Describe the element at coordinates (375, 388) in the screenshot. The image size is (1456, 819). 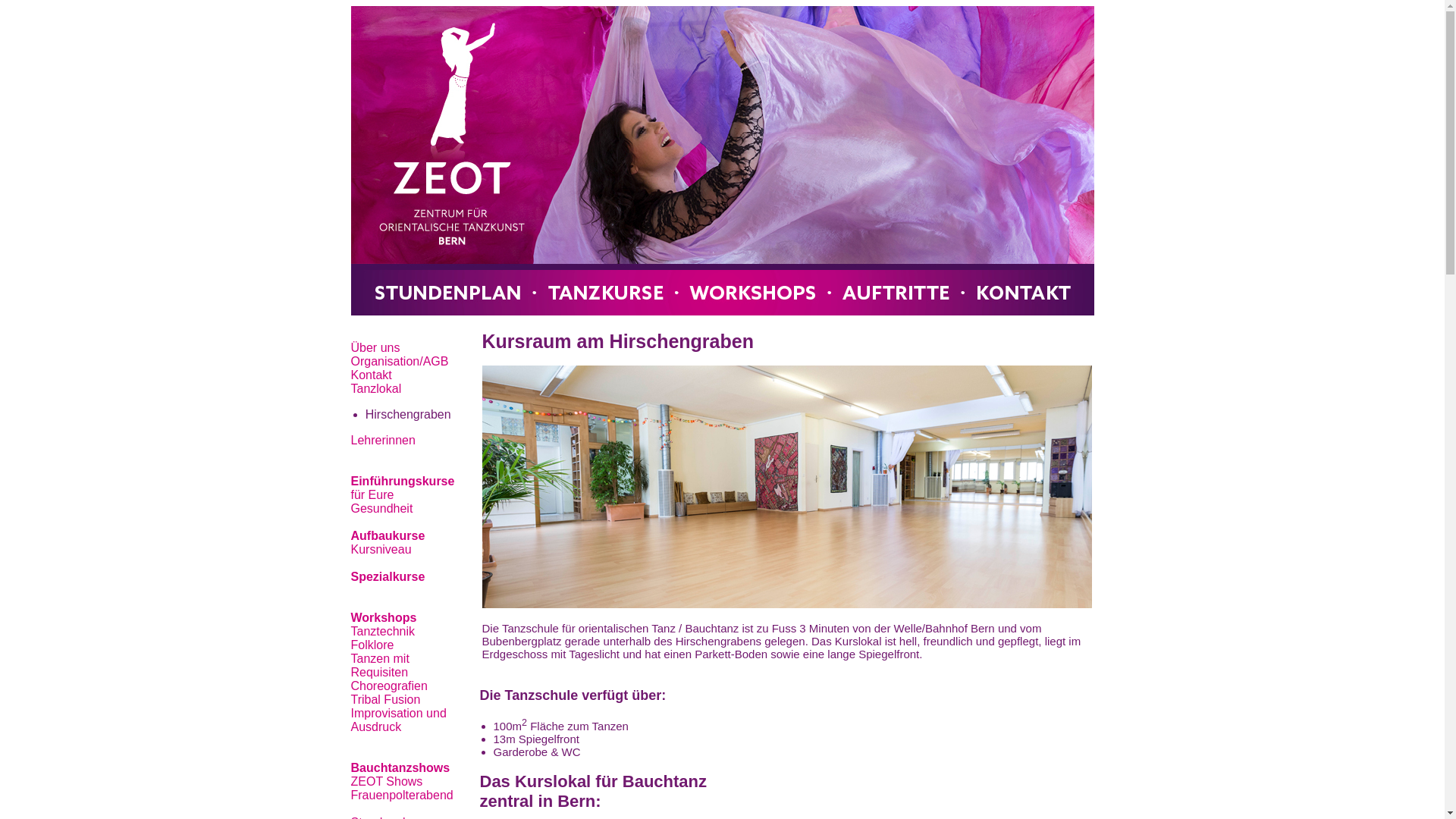
I see `'Tanzlokal'` at that location.